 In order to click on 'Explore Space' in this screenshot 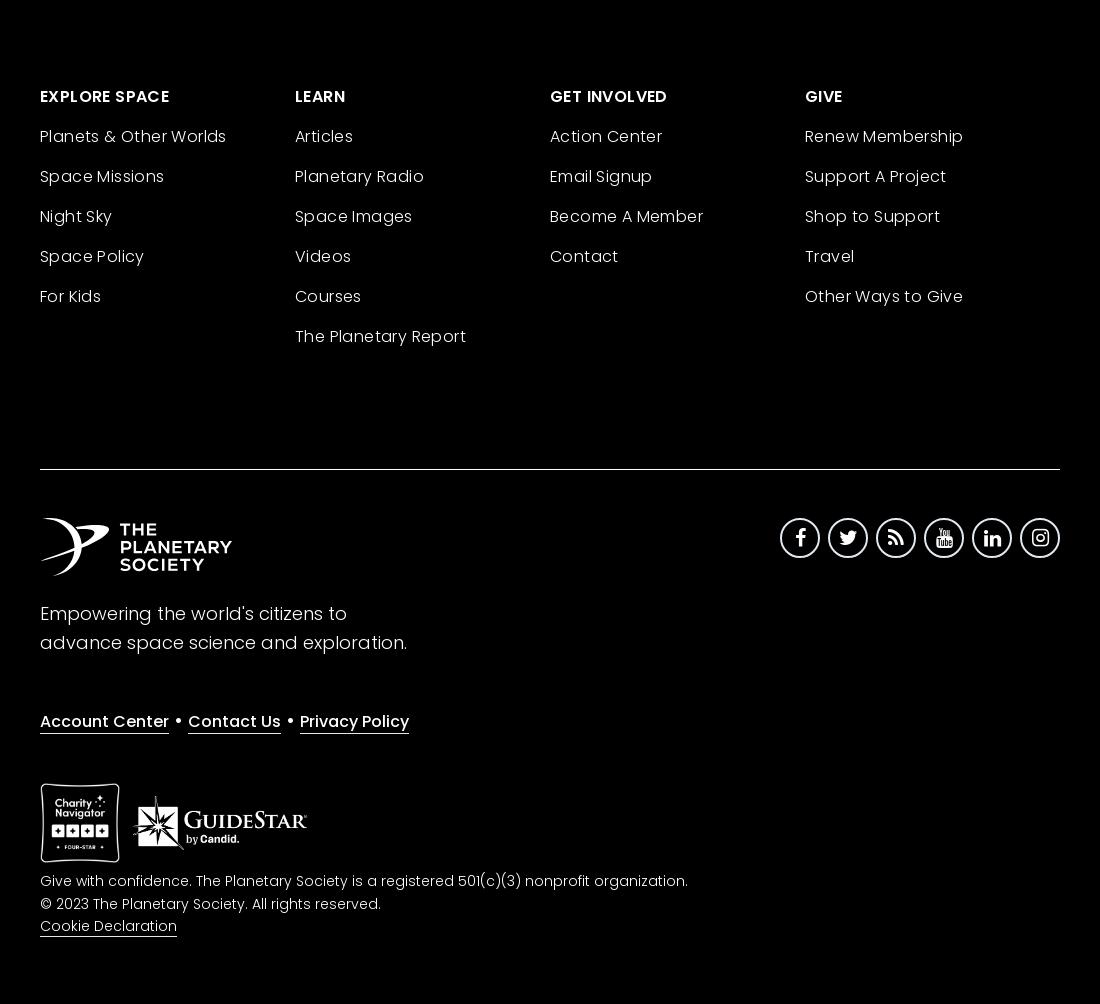, I will do `click(104, 95)`.